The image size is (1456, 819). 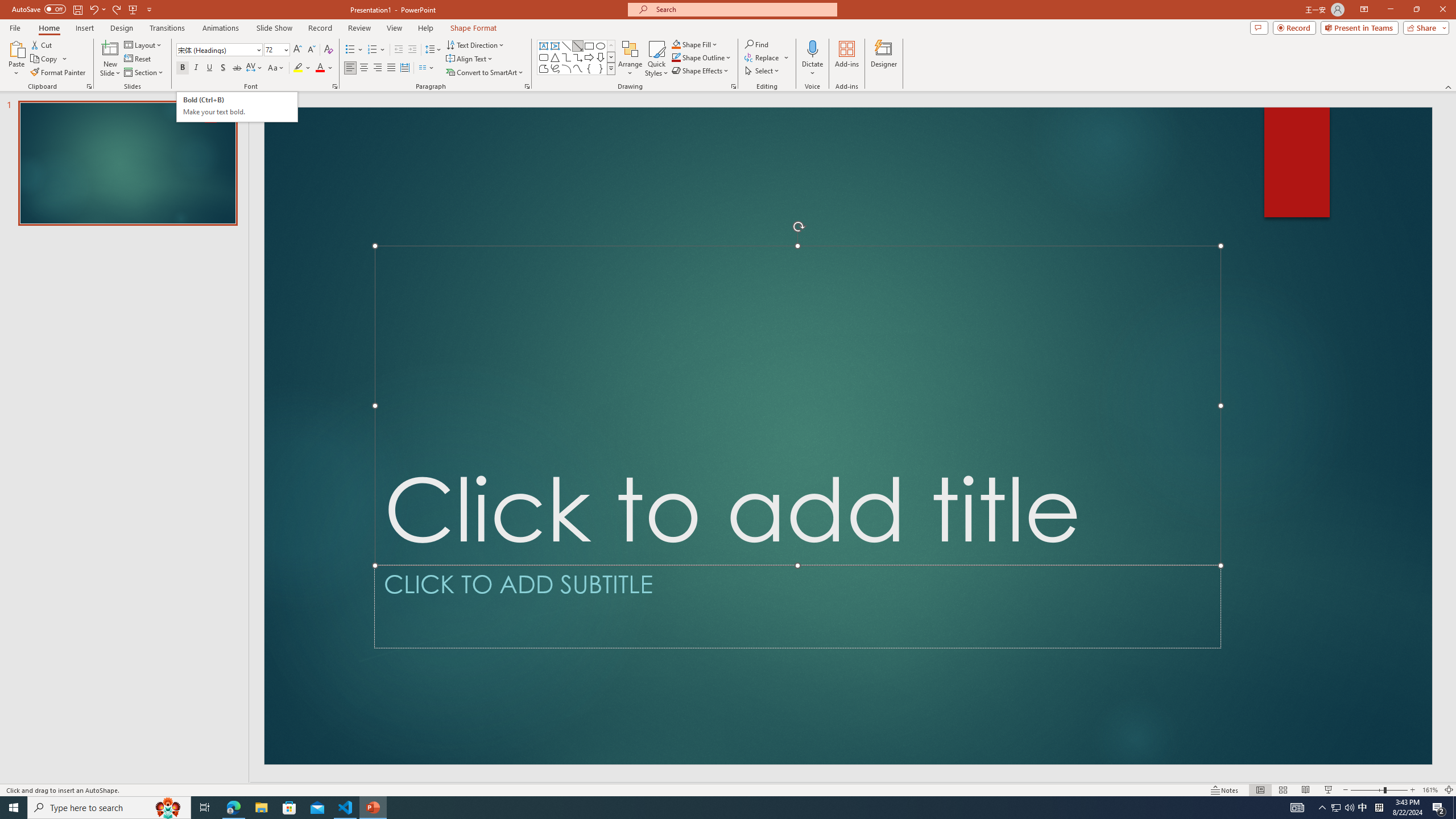 I want to click on 'Shape Effects', so click(x=700, y=69).